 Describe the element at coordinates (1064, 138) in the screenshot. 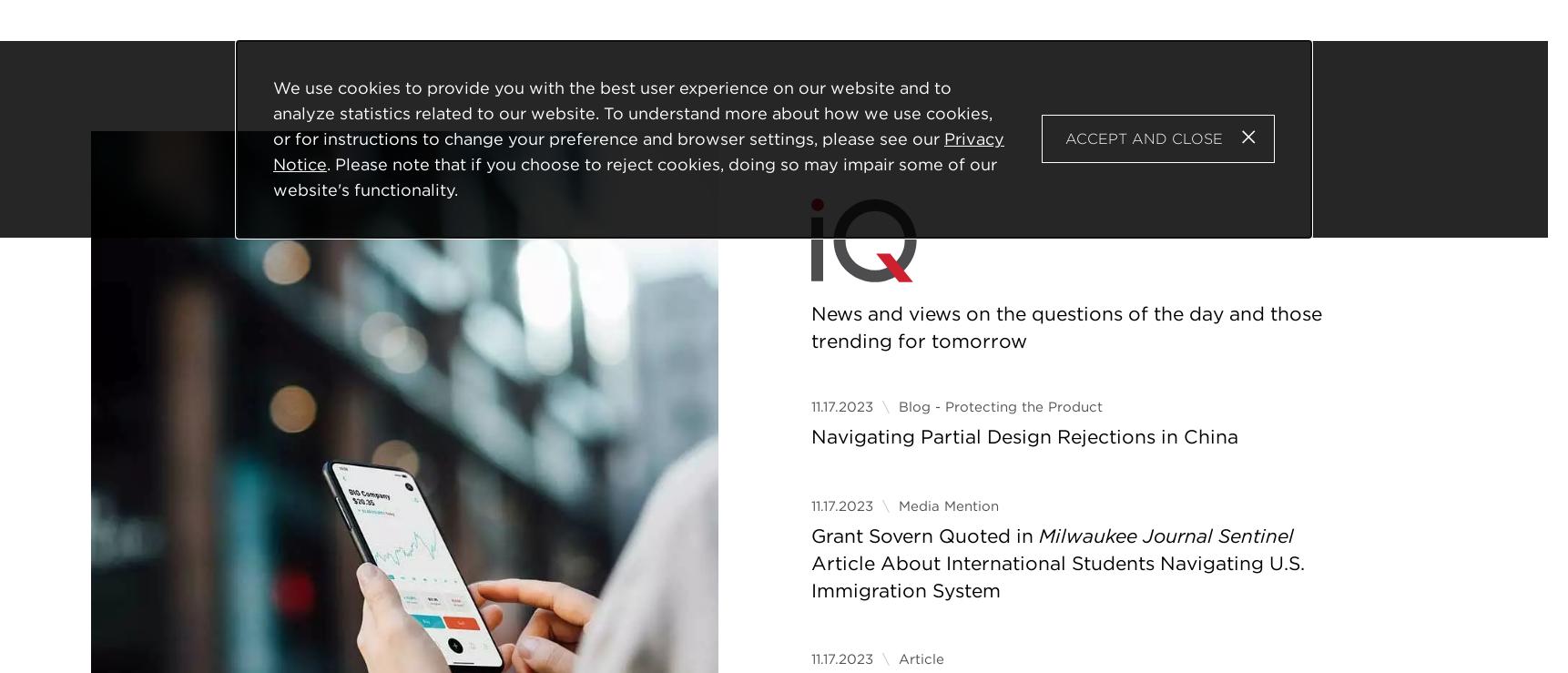

I see `'Accept and Close'` at that location.